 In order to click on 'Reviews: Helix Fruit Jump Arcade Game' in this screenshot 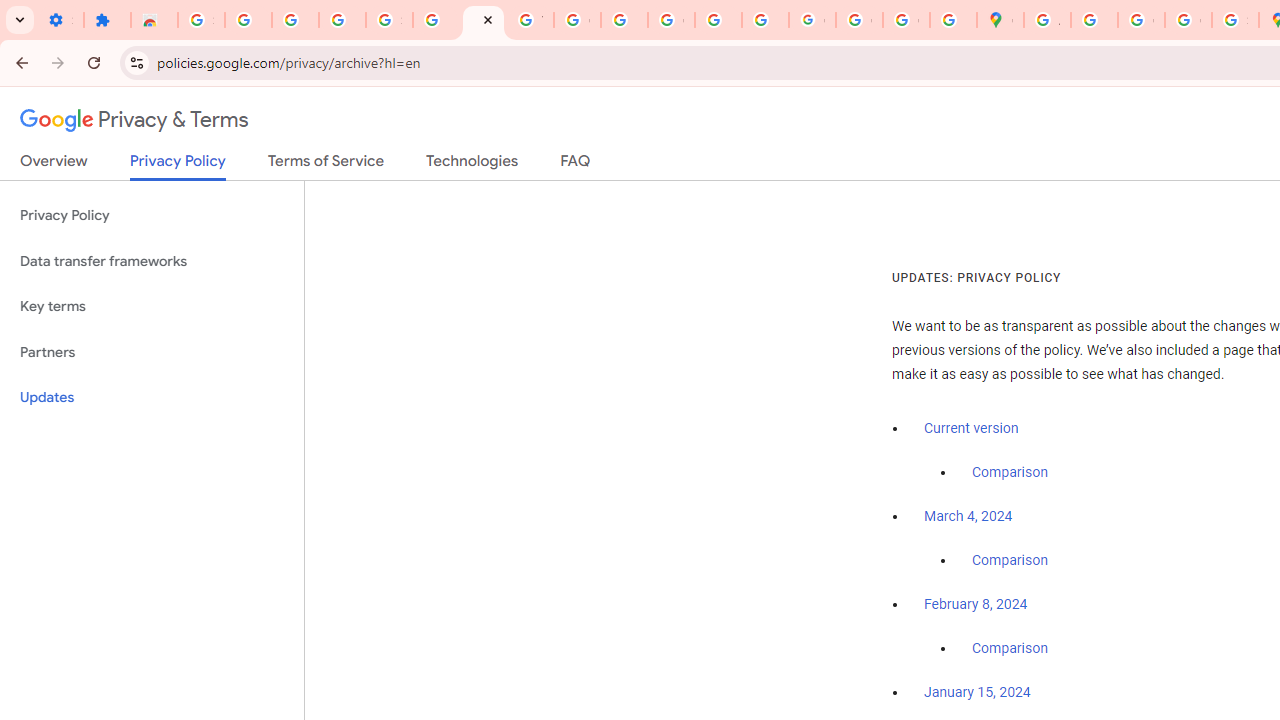, I will do `click(153, 20)`.